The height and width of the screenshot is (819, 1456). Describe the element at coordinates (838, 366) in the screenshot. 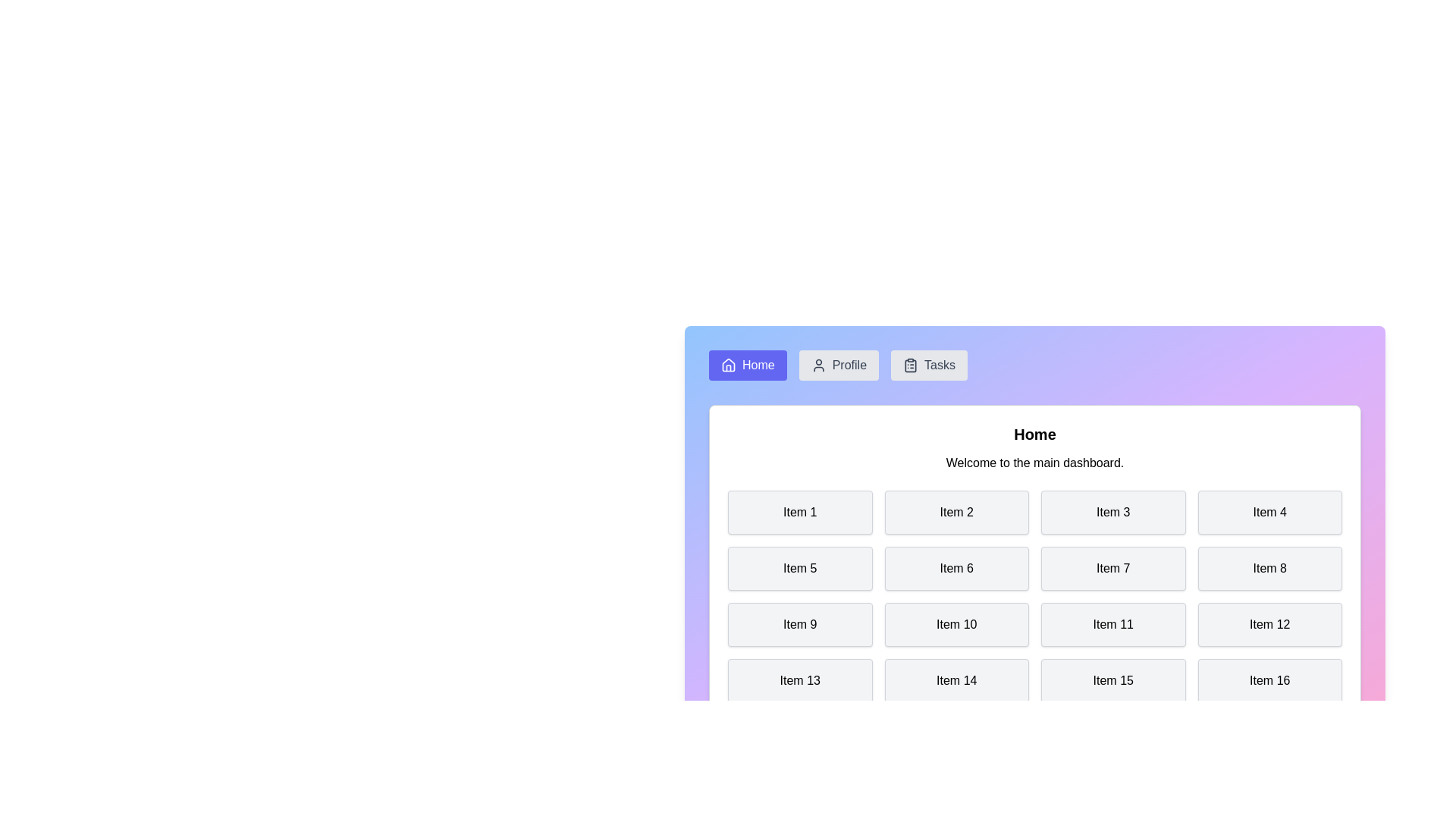

I see `the Profile tab by clicking its navigation button` at that location.